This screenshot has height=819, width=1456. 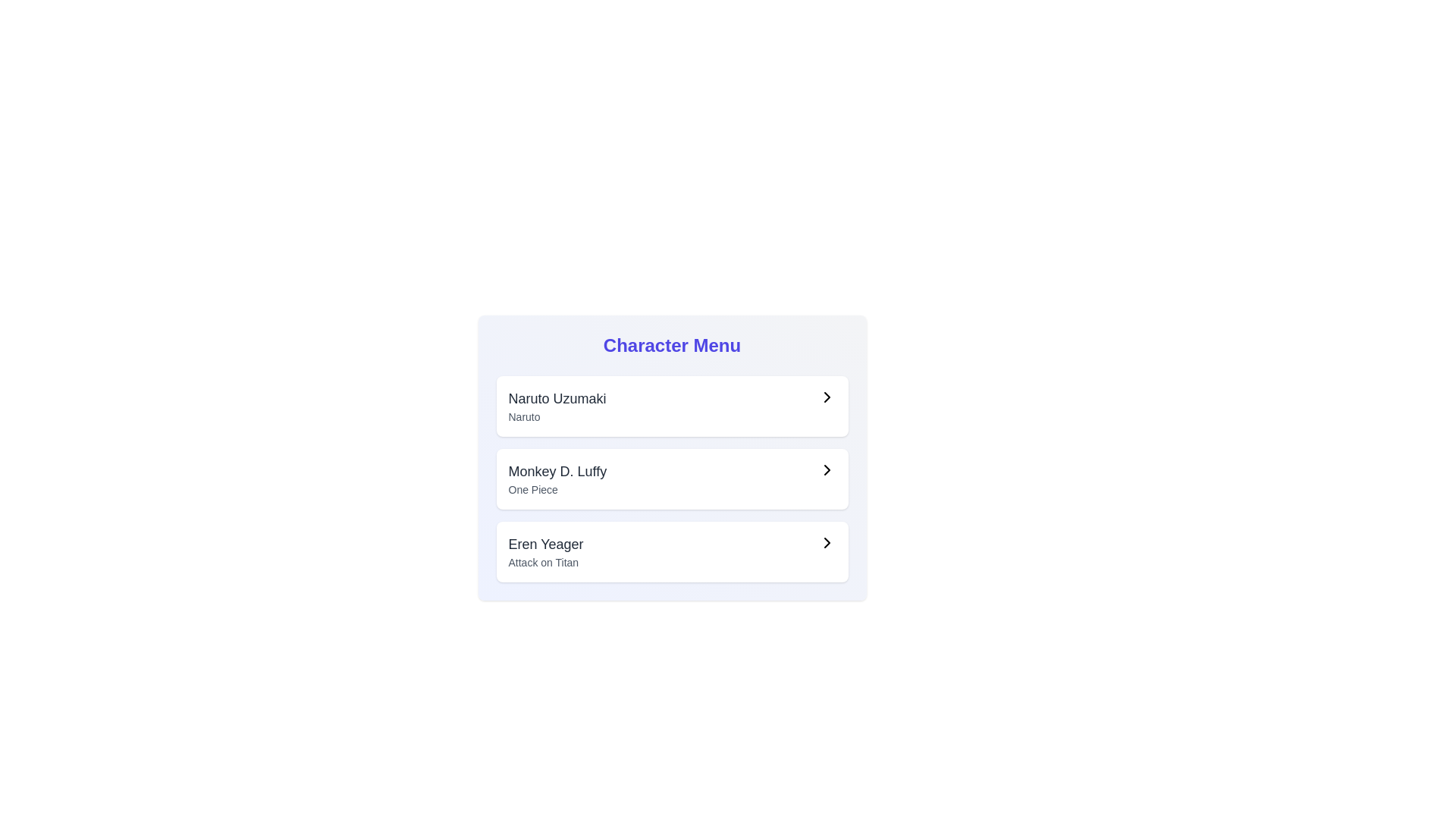 I want to click on the third card in the vertically arranged list of options in the 'Character Menu', so click(x=671, y=552).